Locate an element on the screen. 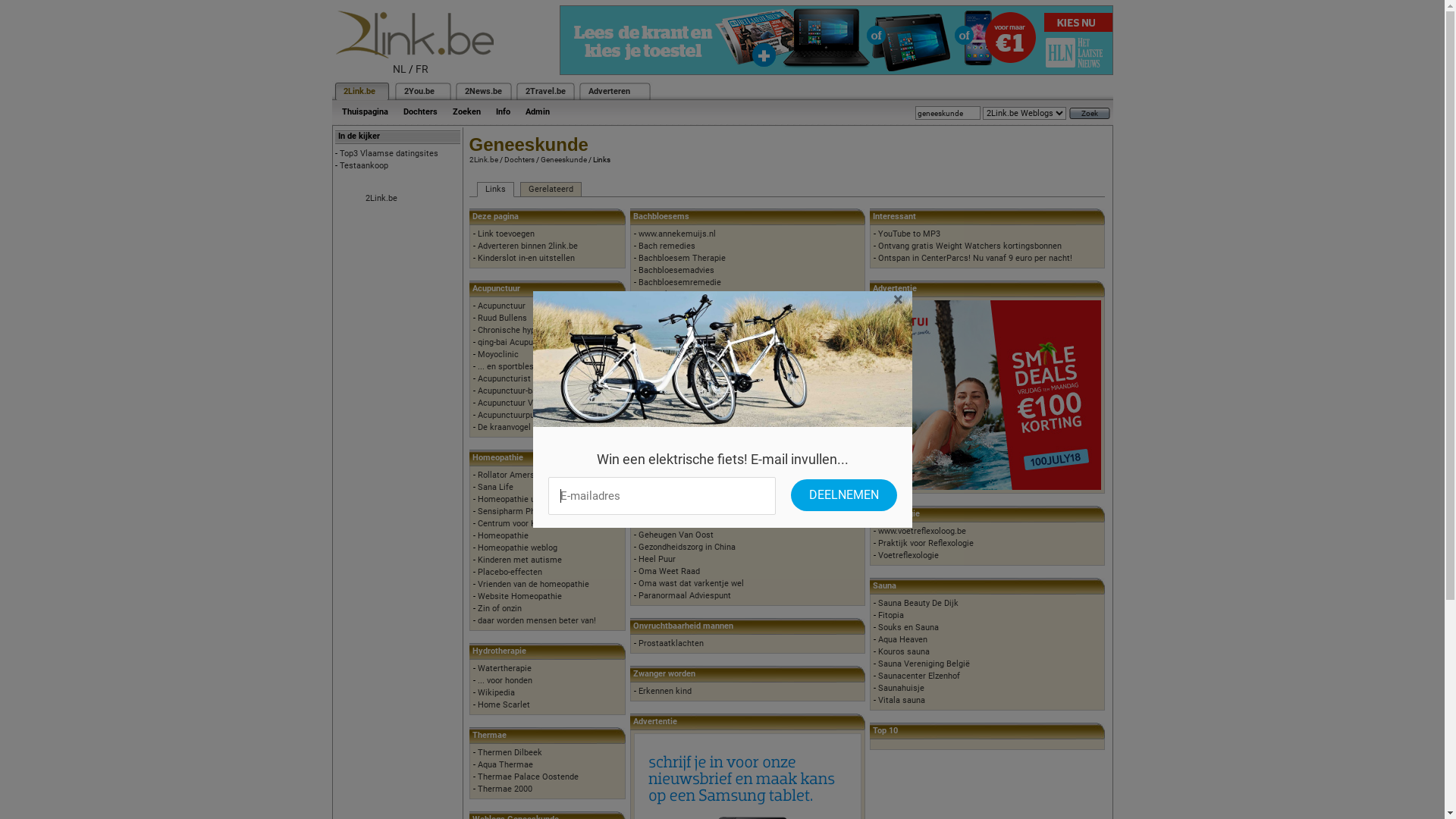 This screenshot has height=819, width=1456. 'www.voetreflexoloog.be' is located at coordinates (921, 530).